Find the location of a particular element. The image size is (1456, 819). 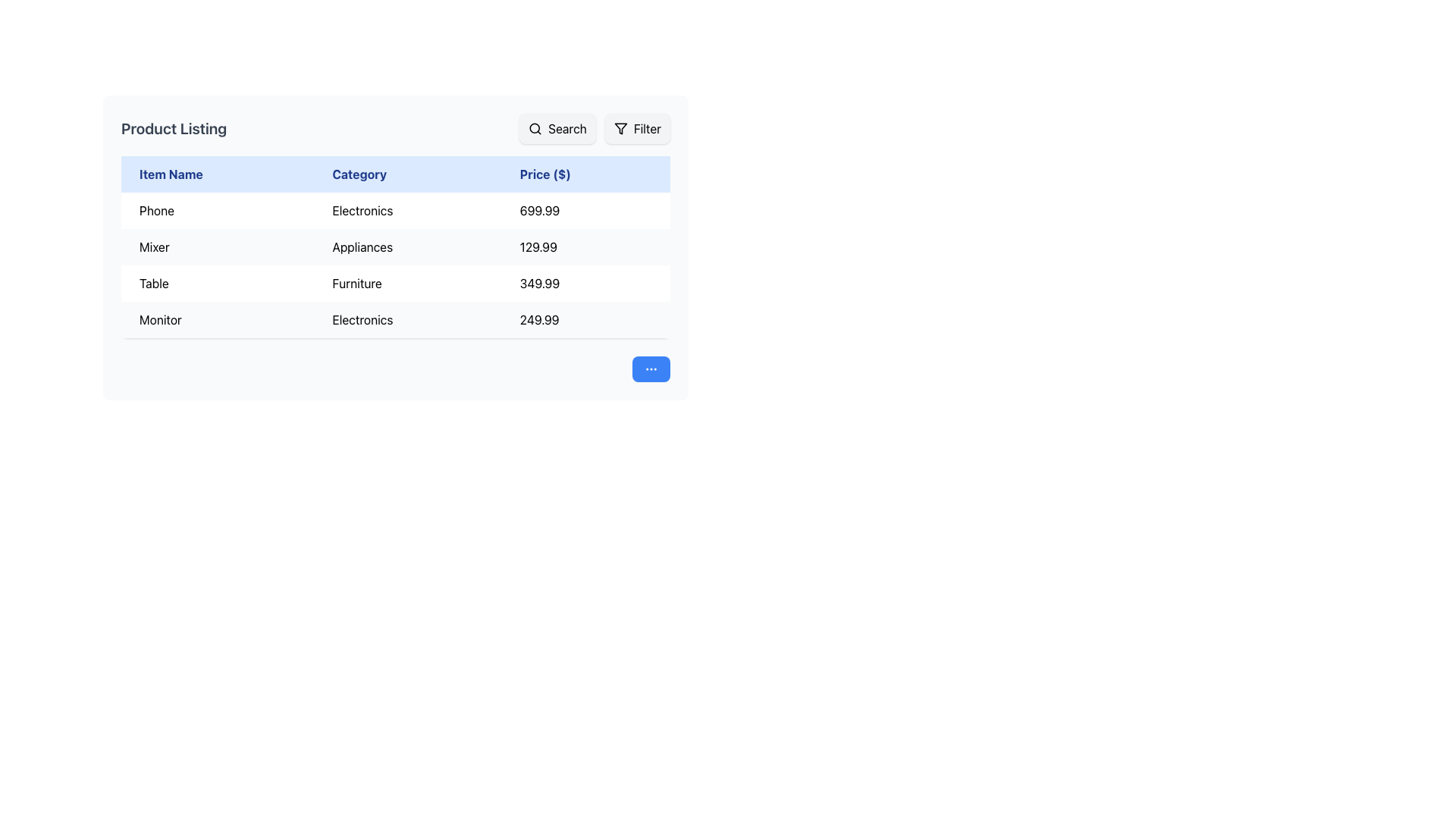

the second table row displaying product information, which includes the name, category, and price is located at coordinates (396, 246).